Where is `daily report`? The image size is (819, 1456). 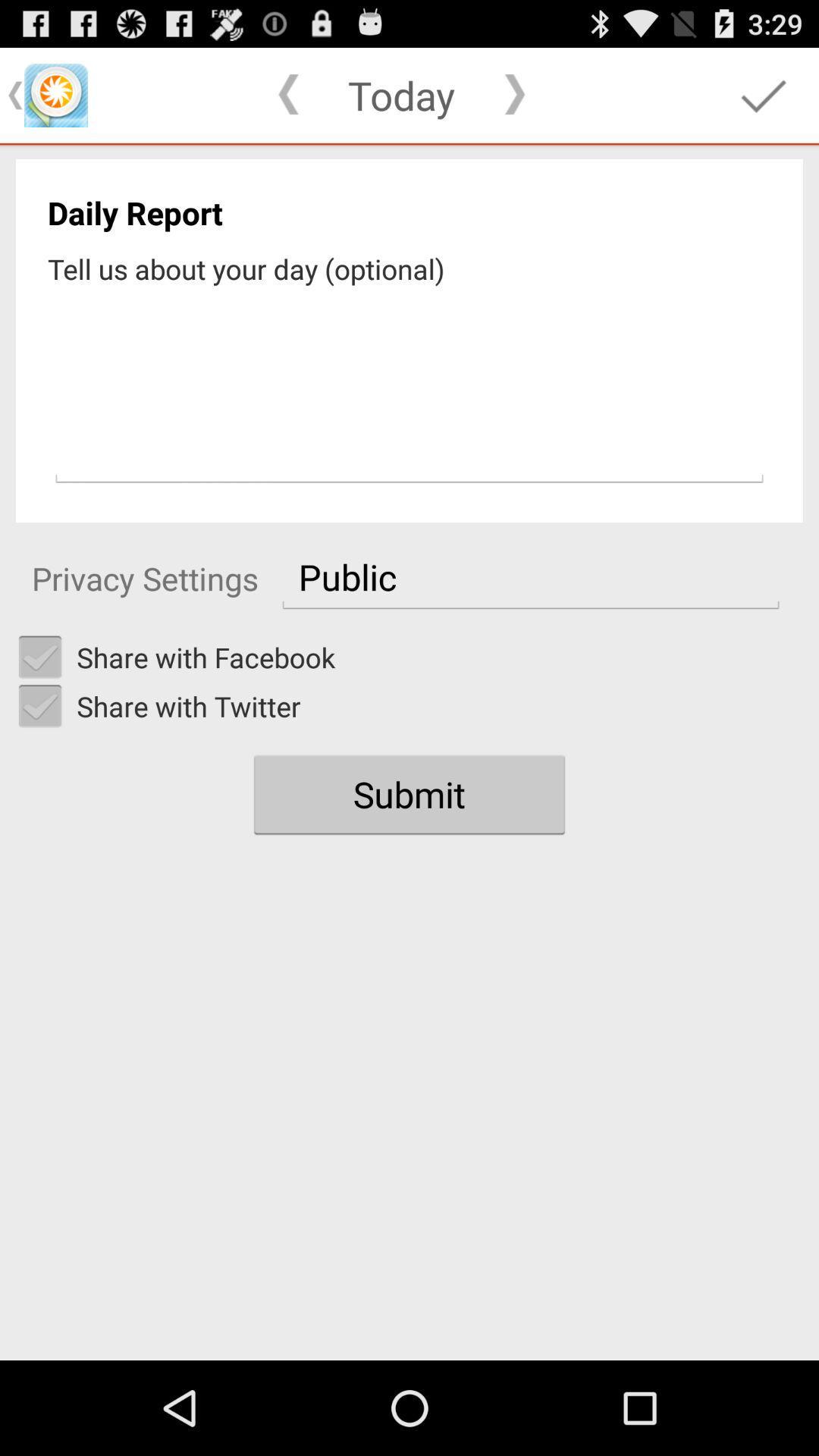 daily report is located at coordinates (409, 389).